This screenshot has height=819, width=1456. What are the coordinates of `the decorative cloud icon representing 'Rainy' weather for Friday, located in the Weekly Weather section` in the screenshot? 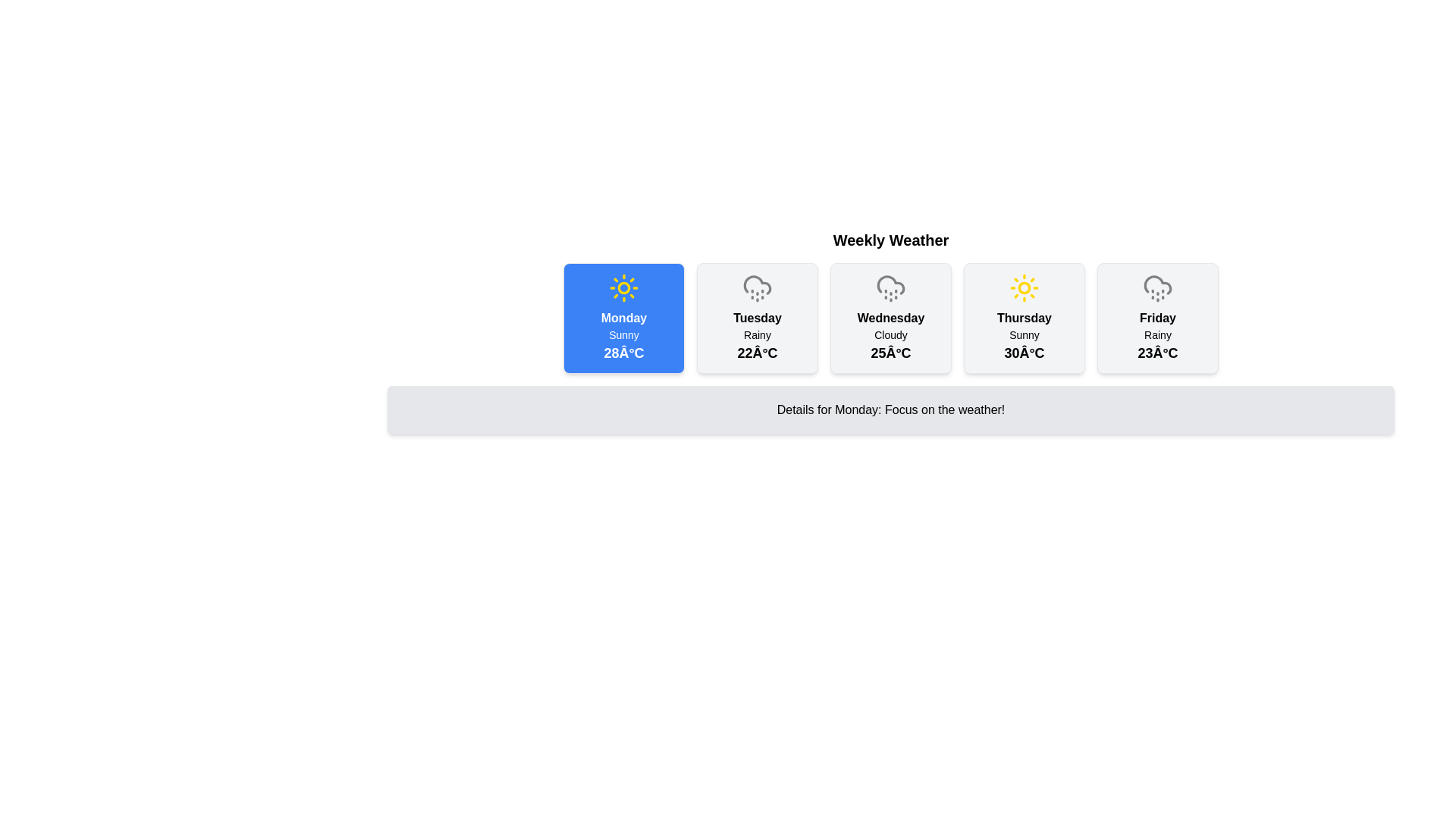 It's located at (1156, 285).